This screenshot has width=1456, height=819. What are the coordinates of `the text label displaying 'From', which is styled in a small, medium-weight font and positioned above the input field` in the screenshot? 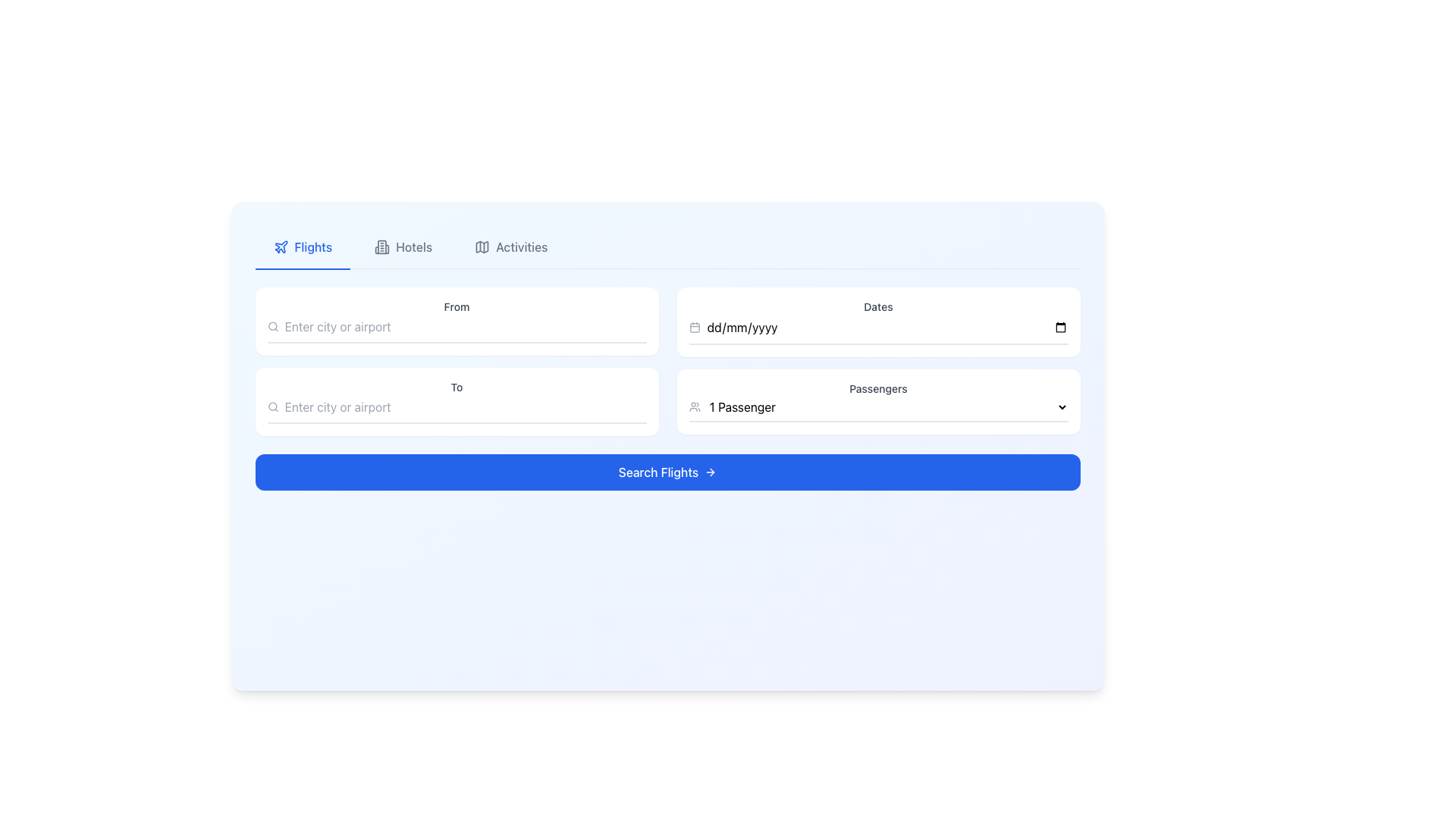 It's located at (456, 307).